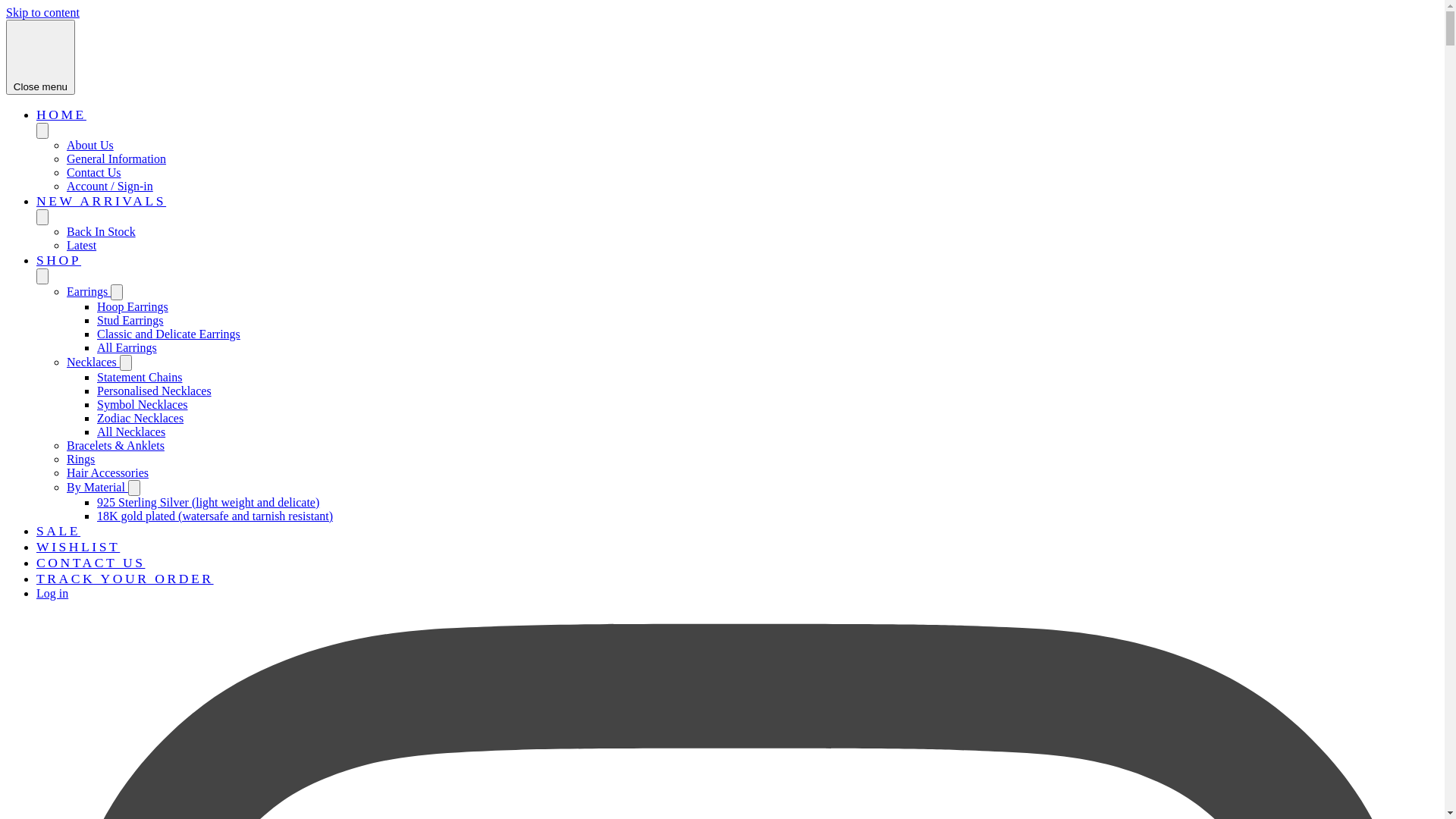 This screenshot has width=1456, height=819. I want to click on 'Stud Earrings', so click(130, 319).